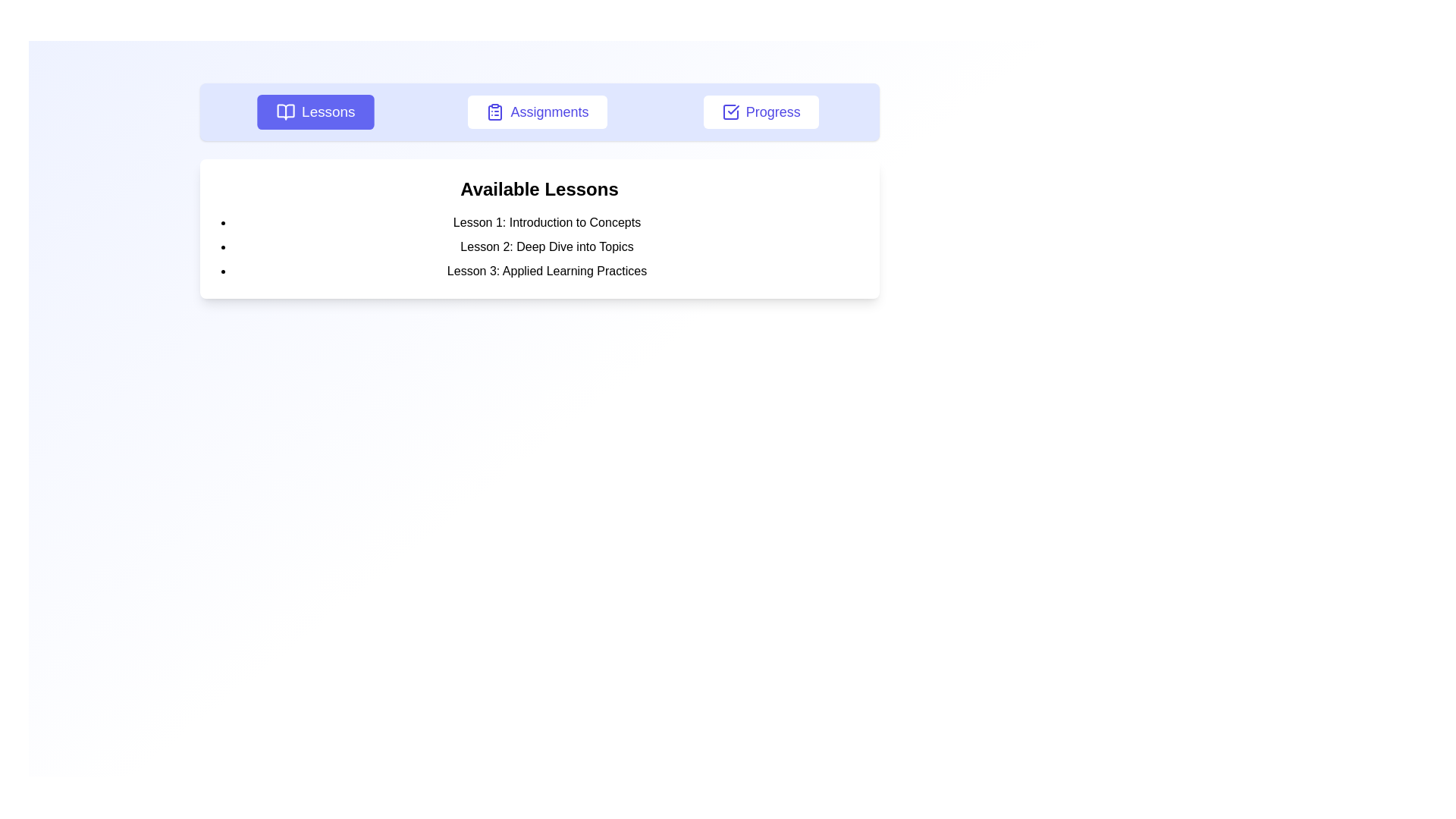 This screenshot has width=1456, height=819. What do you see at coordinates (546, 246) in the screenshot?
I see `the text element displaying 'Lesson 2: Deep Dive into Topics', which is the second item in a vertical list of lessons` at bounding box center [546, 246].